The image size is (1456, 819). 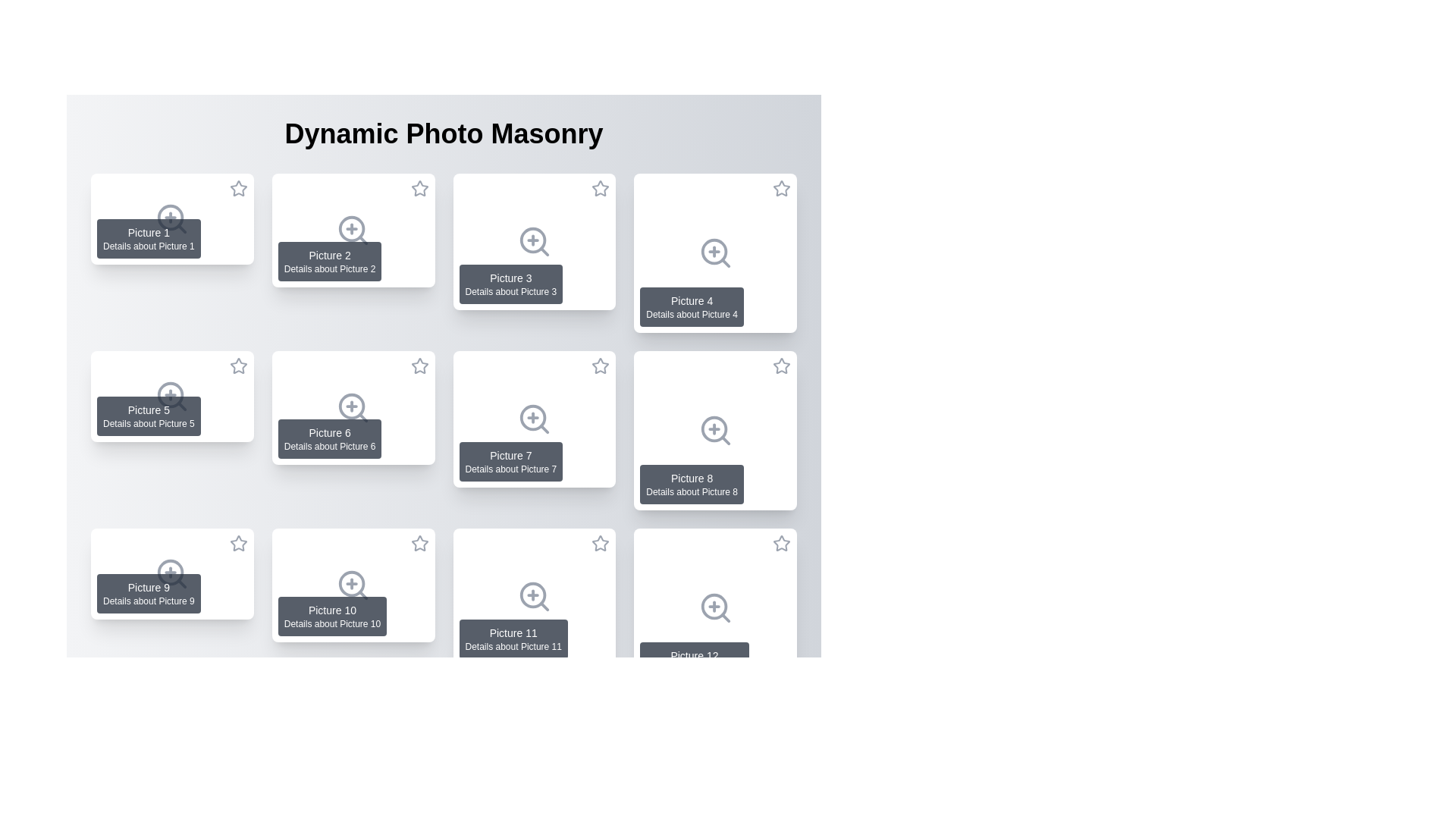 I want to click on the star icon located at the top-right corner of the media tile for 'Picture 1', so click(x=237, y=187).